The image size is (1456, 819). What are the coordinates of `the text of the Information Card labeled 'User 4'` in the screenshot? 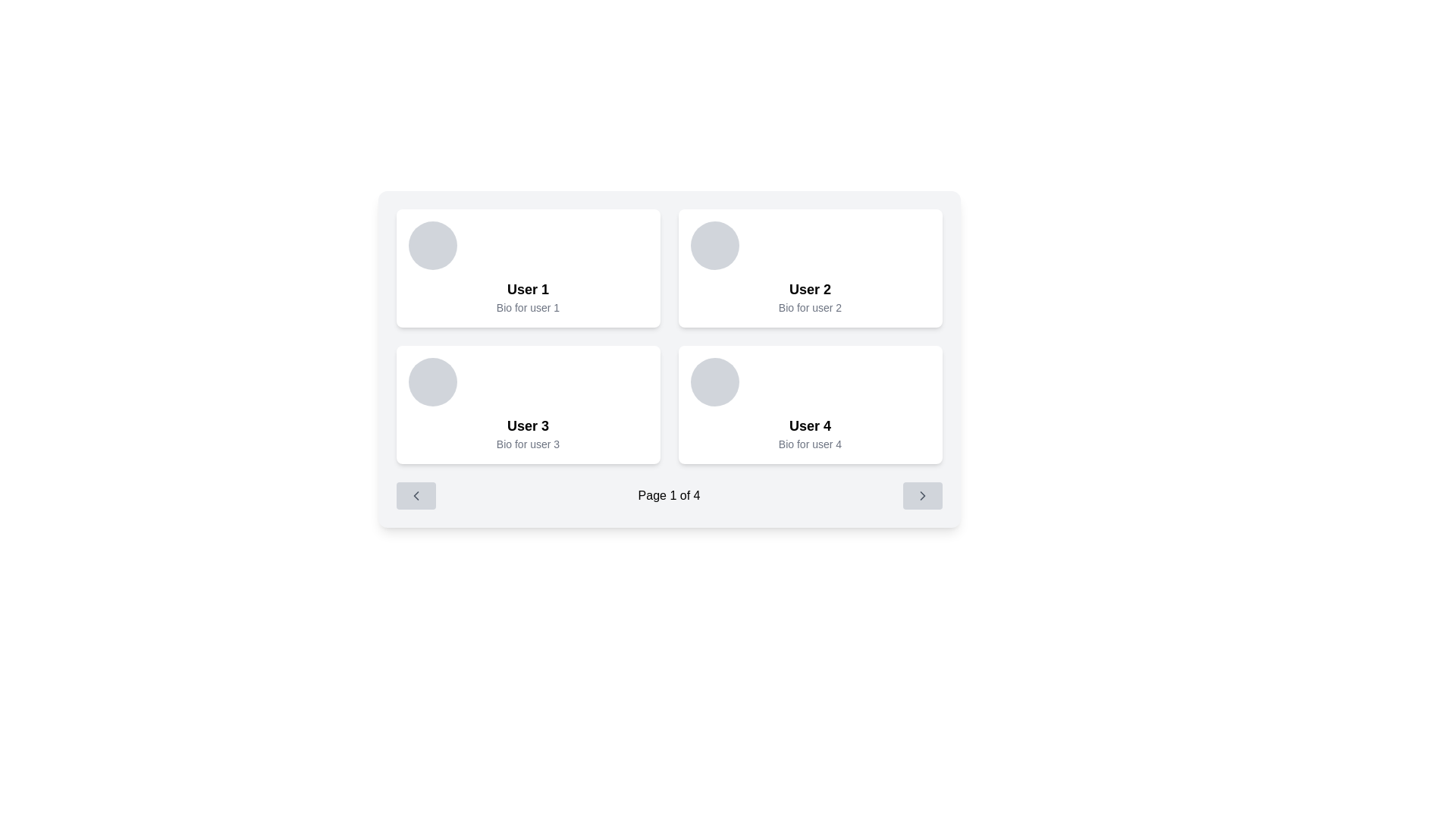 It's located at (809, 403).